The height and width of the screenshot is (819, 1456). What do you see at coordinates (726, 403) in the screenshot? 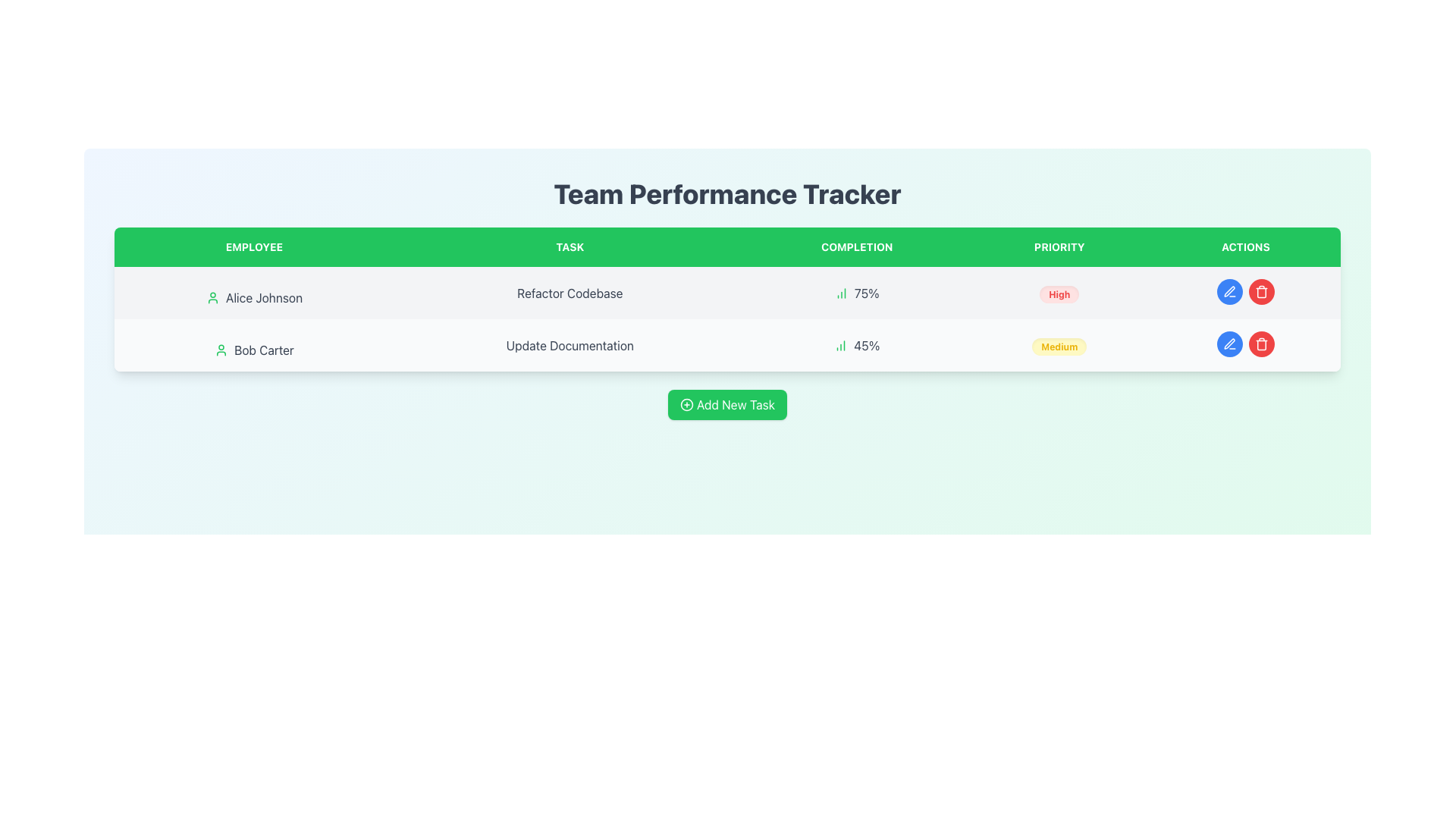
I see `the green button labeled 'Add New Task' with a plus-circle icon, located centrally beneath the team performance table` at bounding box center [726, 403].